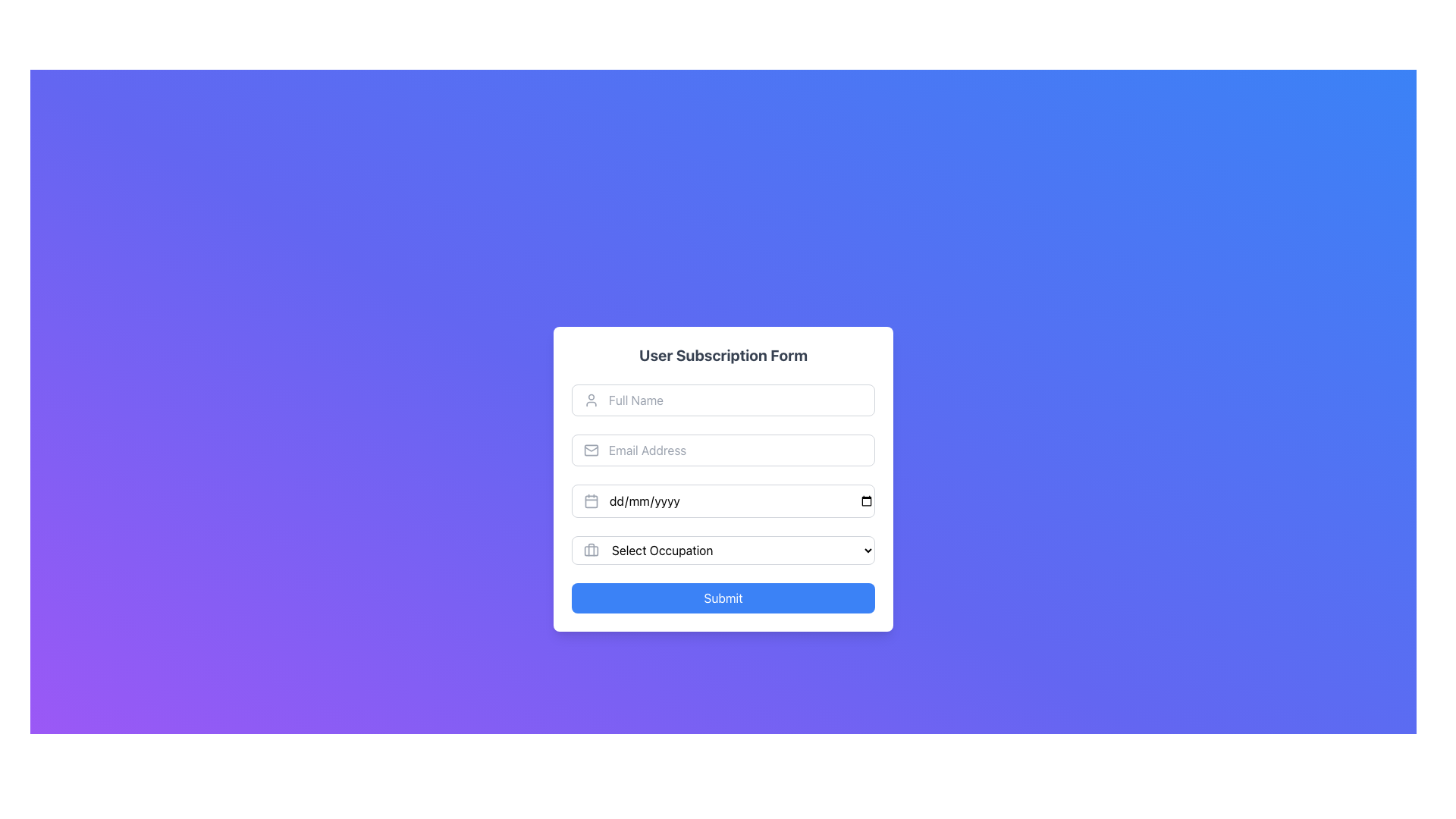 The width and height of the screenshot is (1456, 819). What do you see at coordinates (590, 550) in the screenshot?
I see `the briefcase icon located on the left-hand side of the 'Select Occupation' input field` at bounding box center [590, 550].